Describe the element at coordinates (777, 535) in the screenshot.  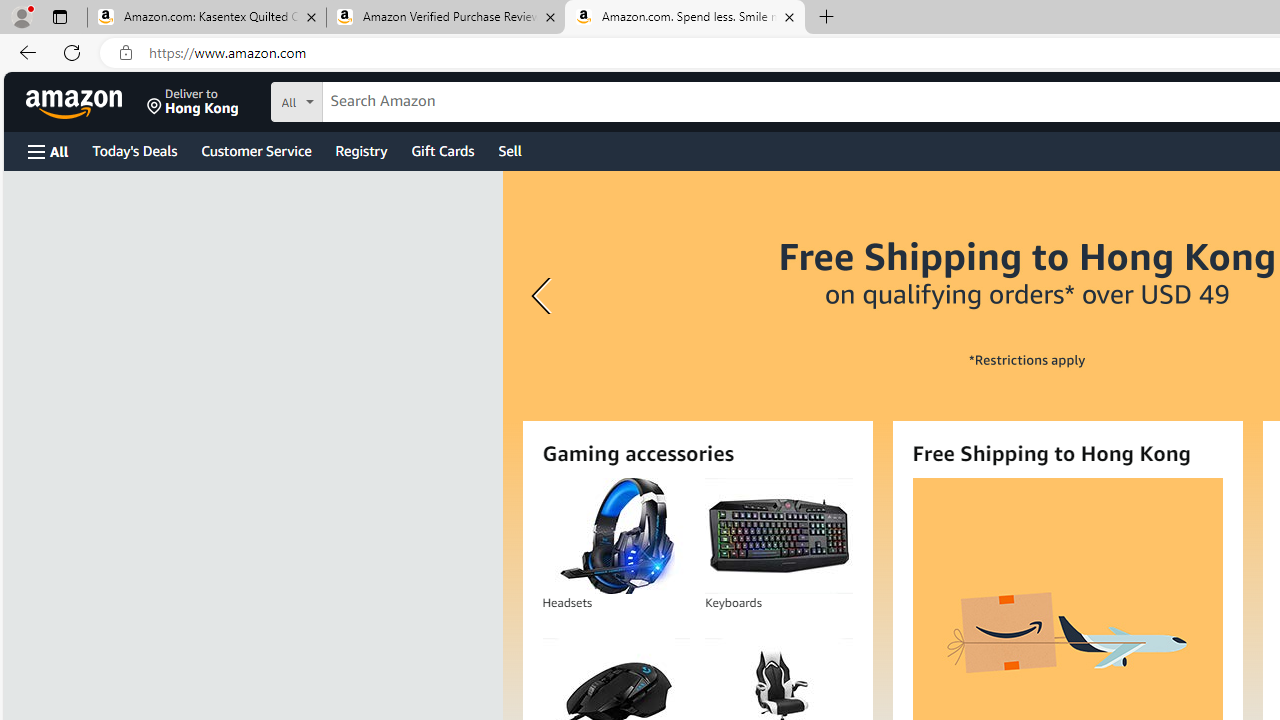
I see `'Keyboards'` at that location.